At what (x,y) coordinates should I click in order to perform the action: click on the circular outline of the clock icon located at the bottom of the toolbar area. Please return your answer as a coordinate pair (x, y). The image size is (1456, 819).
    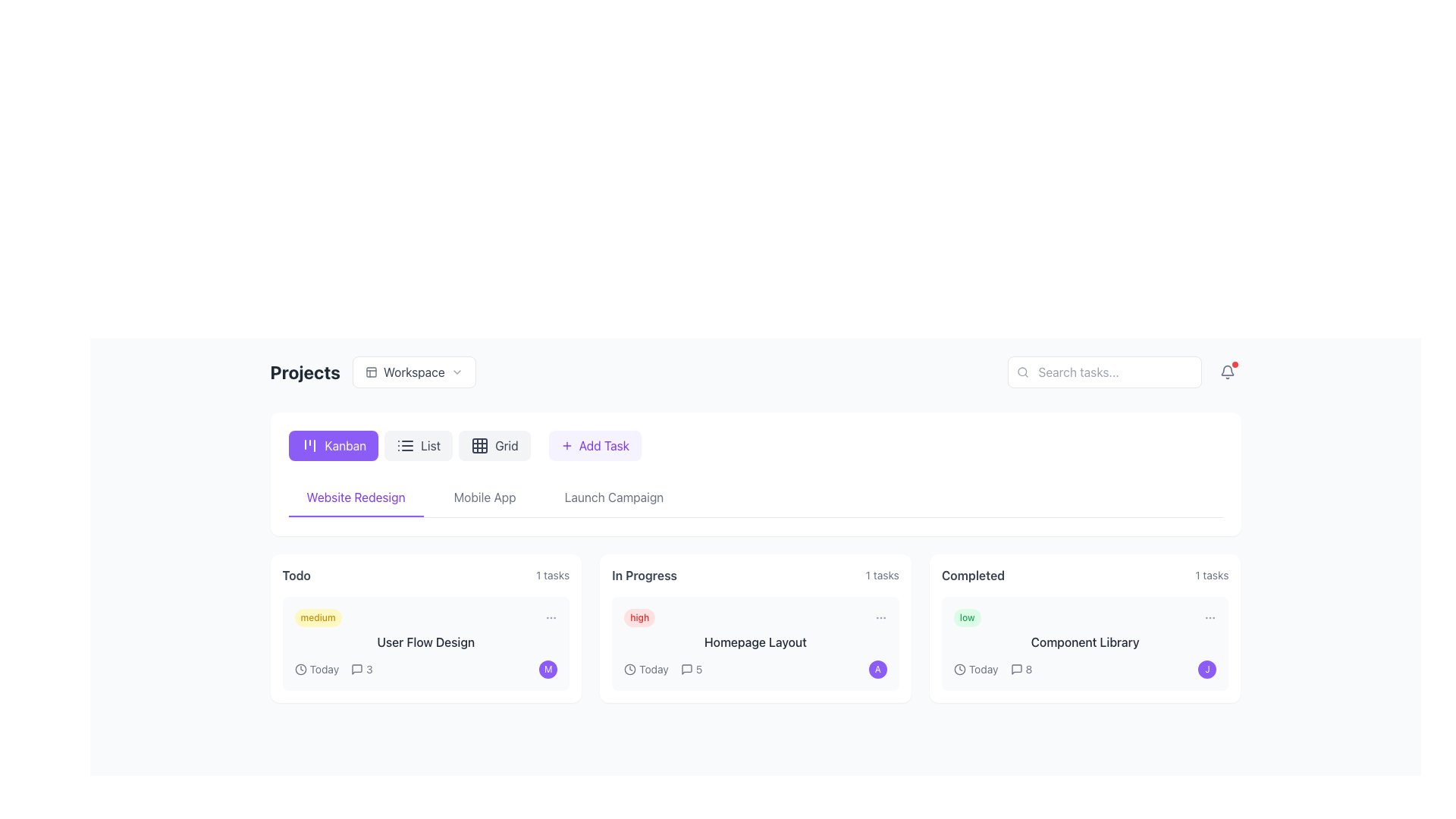
    Looking at the image, I should click on (300, 669).